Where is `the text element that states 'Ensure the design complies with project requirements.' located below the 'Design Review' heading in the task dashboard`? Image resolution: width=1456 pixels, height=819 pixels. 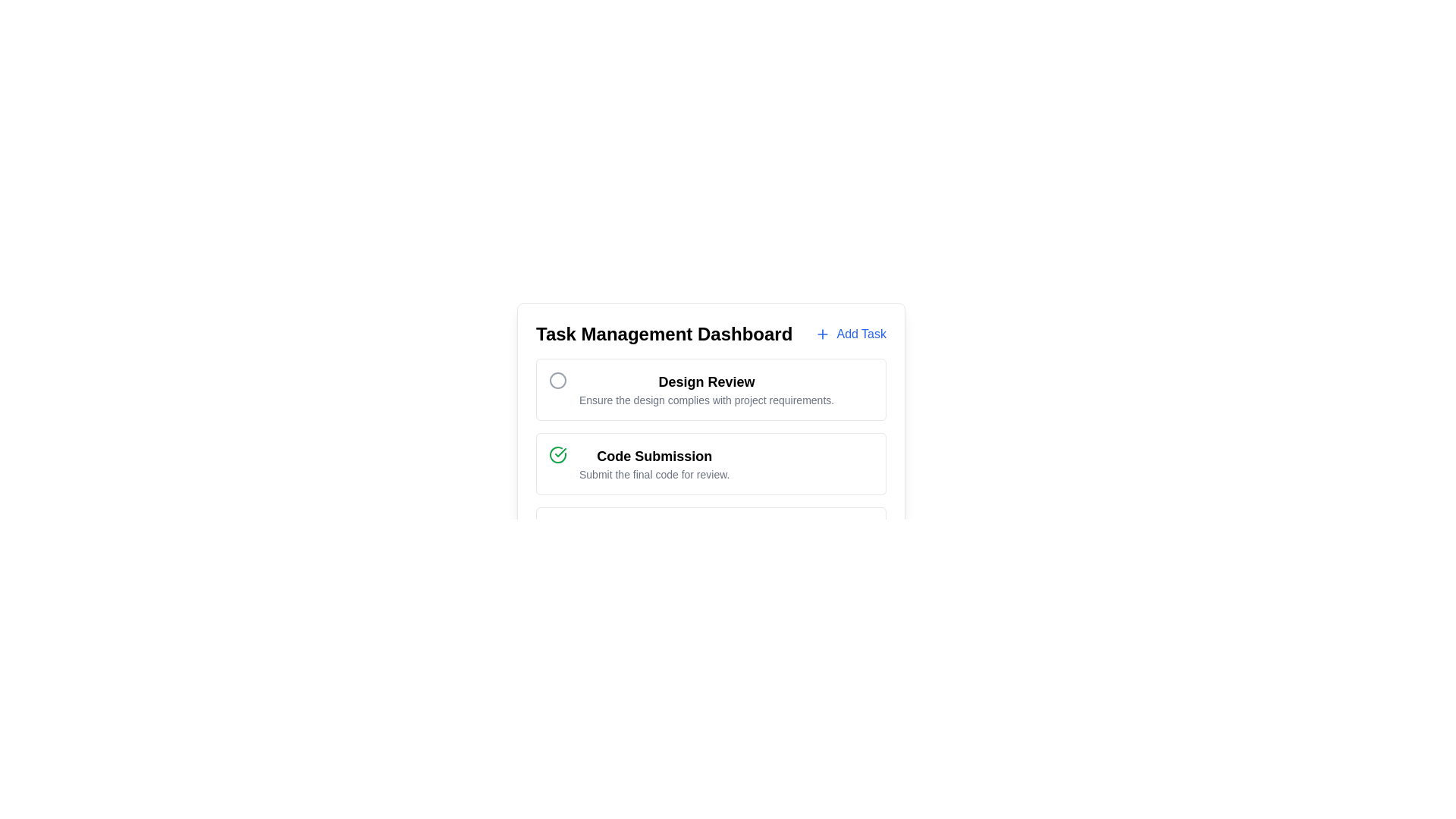 the text element that states 'Ensure the design complies with project requirements.' located below the 'Design Review' heading in the task dashboard is located at coordinates (706, 400).